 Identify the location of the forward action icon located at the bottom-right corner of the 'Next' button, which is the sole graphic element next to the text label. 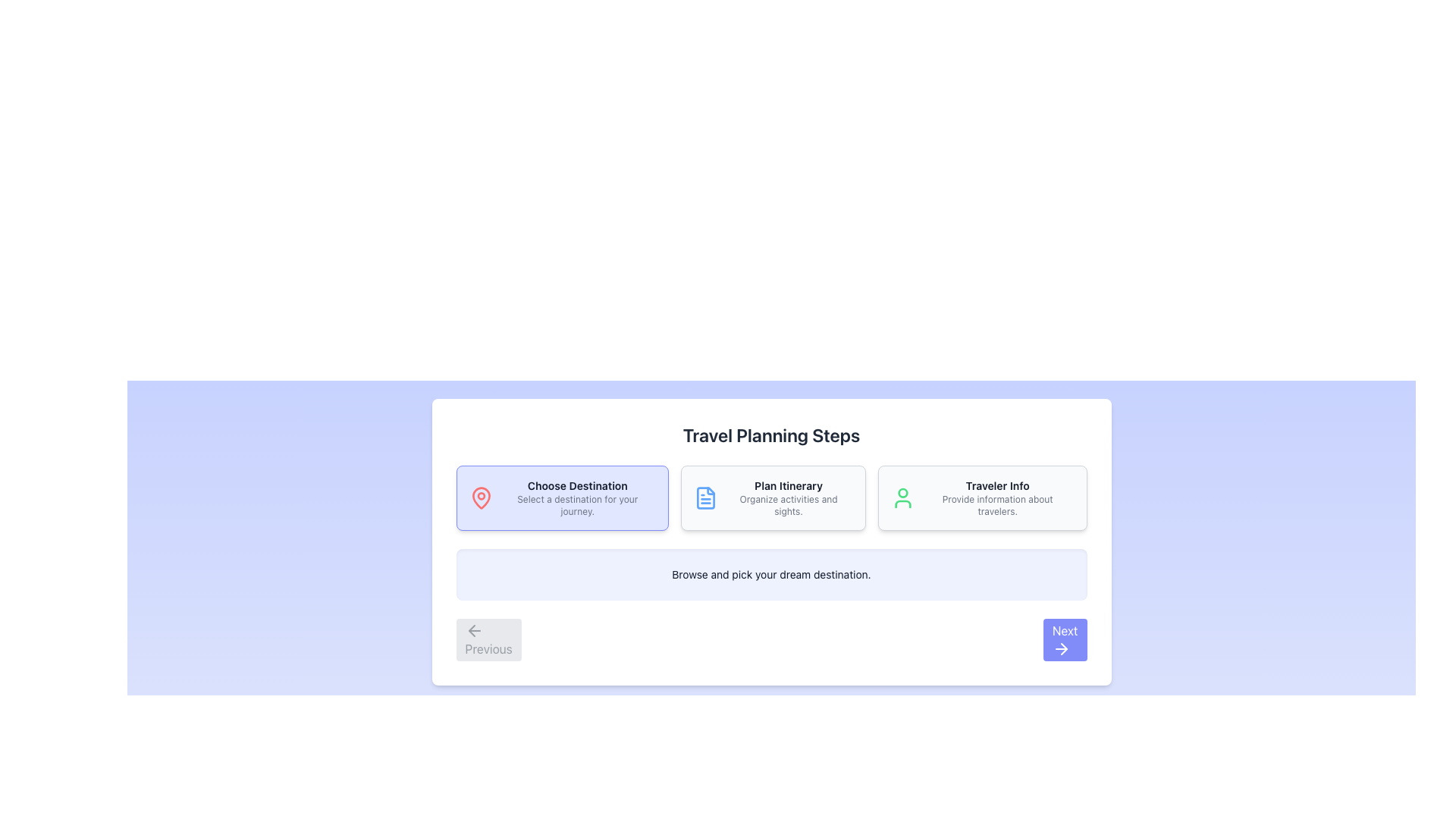
(1060, 648).